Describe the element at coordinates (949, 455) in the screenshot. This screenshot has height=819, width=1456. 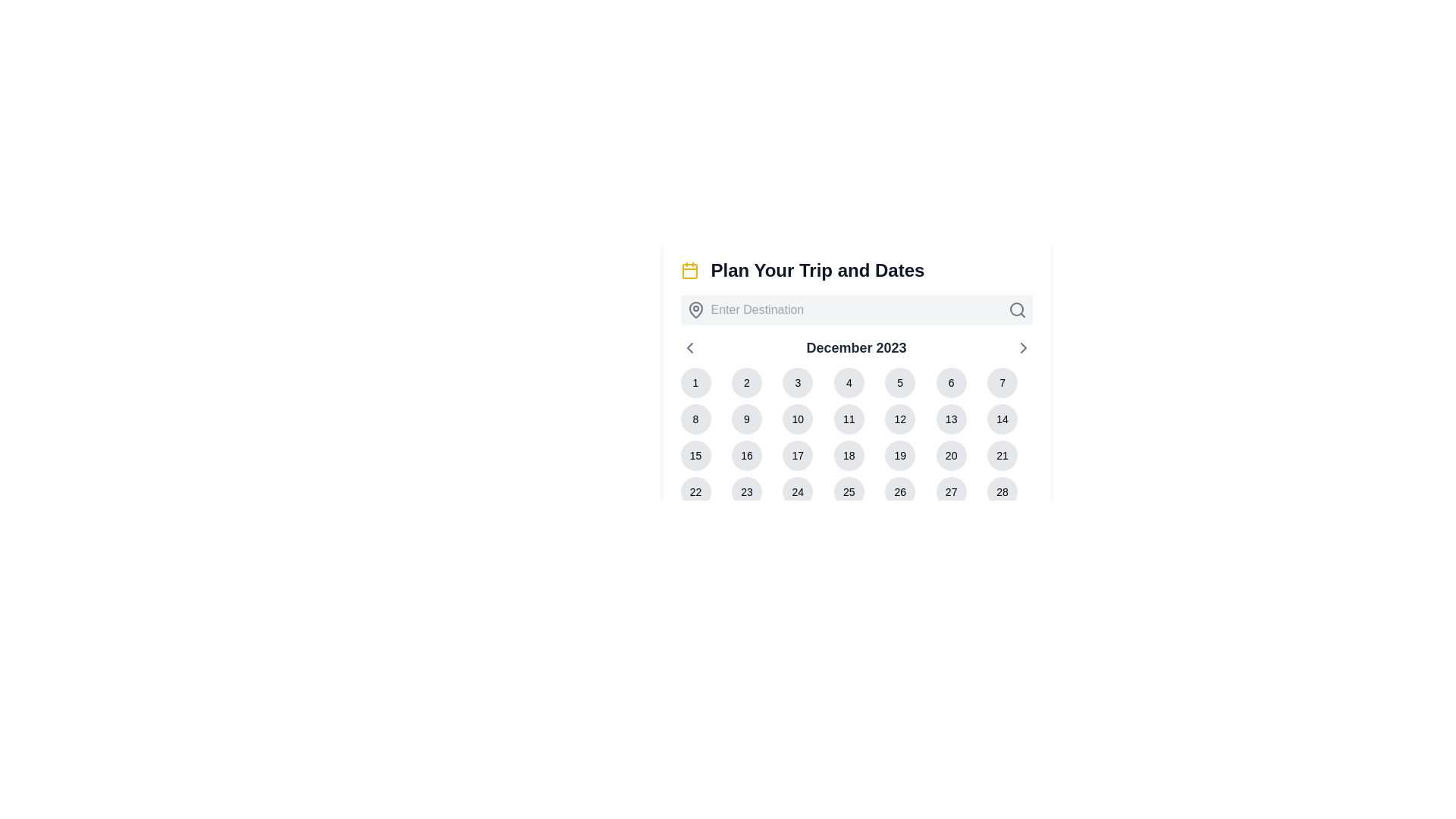
I see `the circular button labeled '20'` at that location.